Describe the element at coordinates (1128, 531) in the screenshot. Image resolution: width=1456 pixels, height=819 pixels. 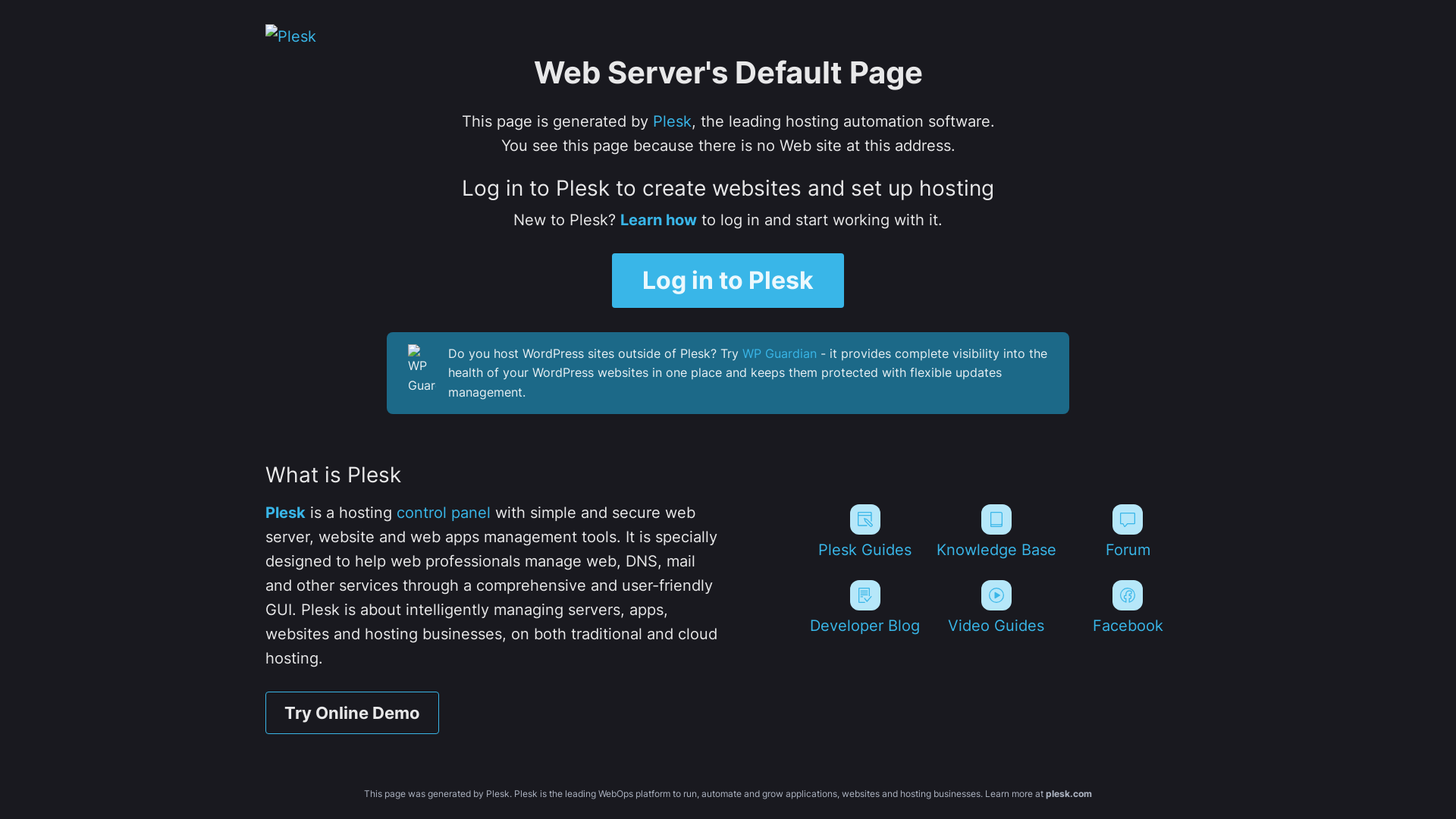
I see `'Forum'` at that location.